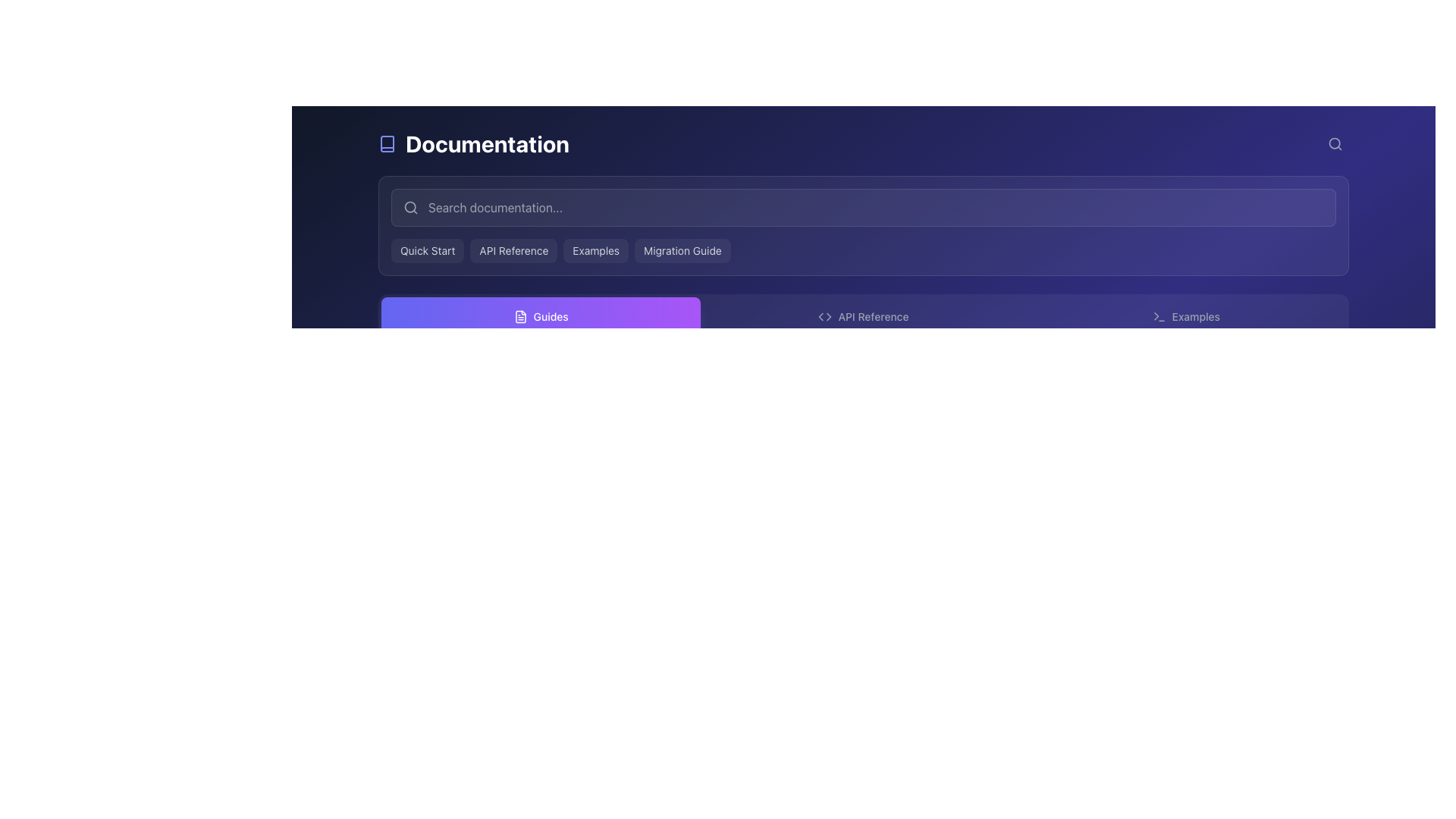  I want to click on the magnifying glass icon located in the top right corner of the interface to initiate a search operation, so click(1335, 143).